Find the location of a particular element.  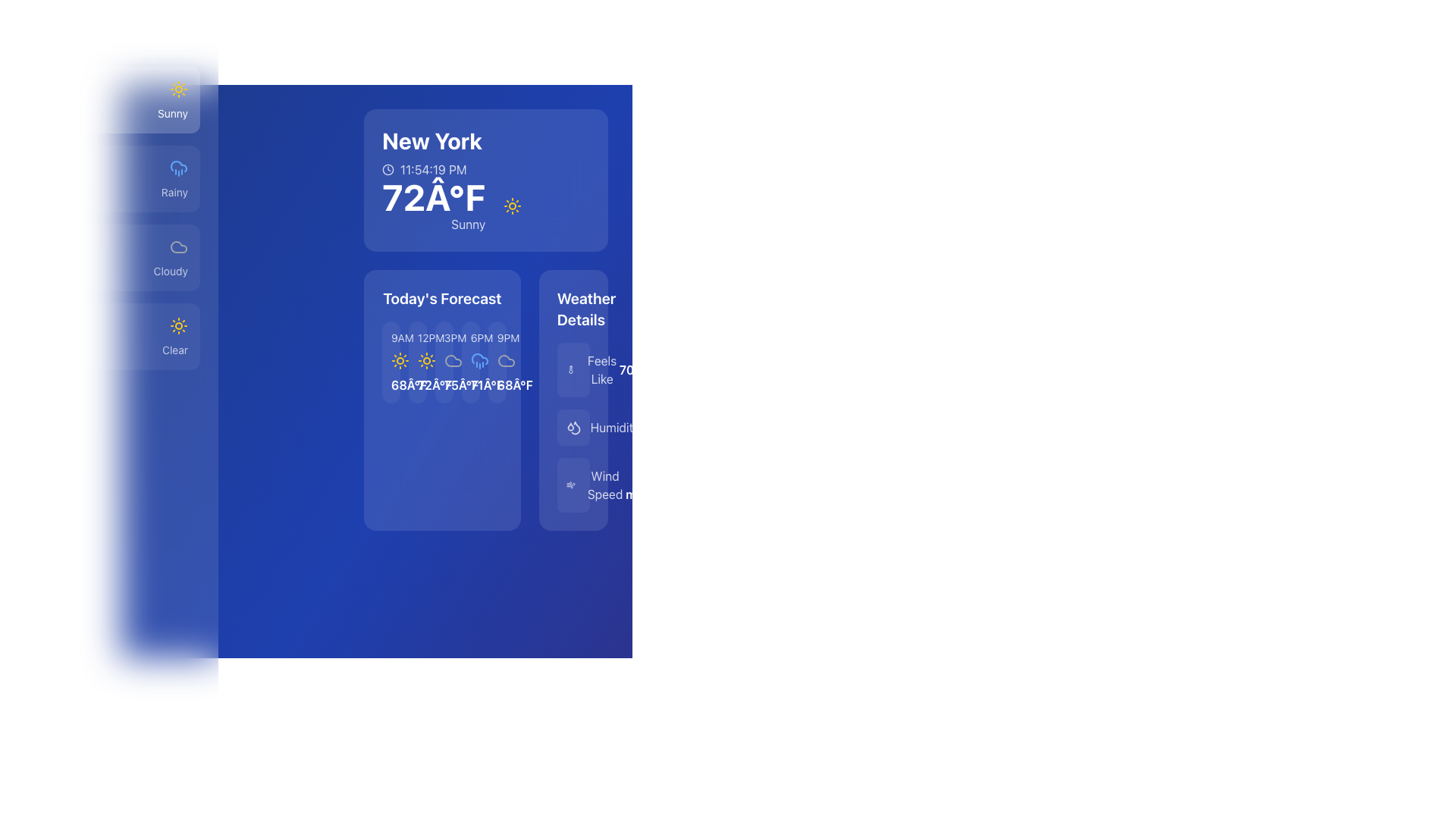

the static text display indicating the current weather condition for 'New York', which shows the temperature and the descriptor 'Sunny' is located at coordinates (108, 113).